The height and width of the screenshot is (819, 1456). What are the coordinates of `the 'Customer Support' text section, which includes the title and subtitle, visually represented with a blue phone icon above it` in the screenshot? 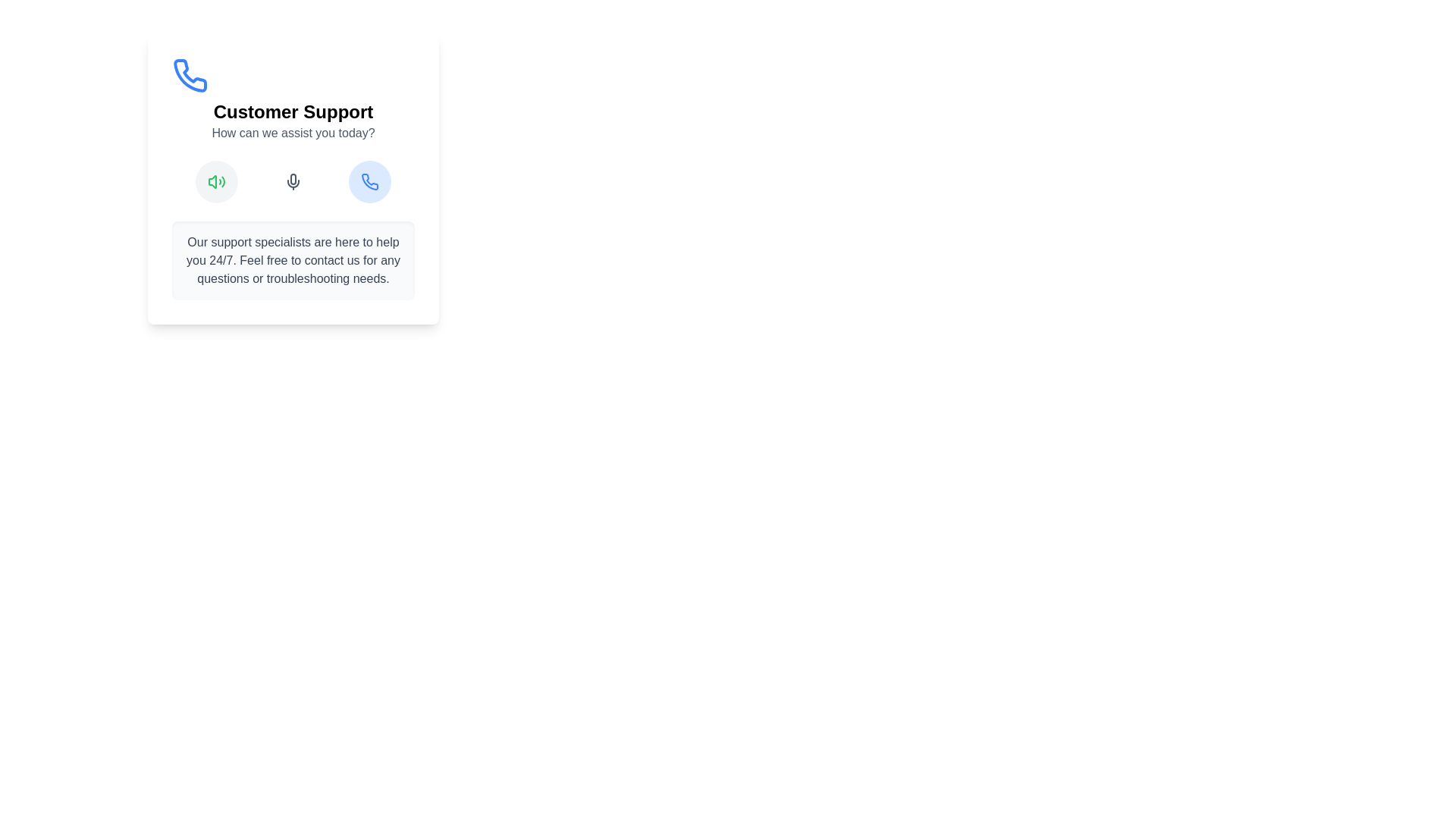 It's located at (293, 99).